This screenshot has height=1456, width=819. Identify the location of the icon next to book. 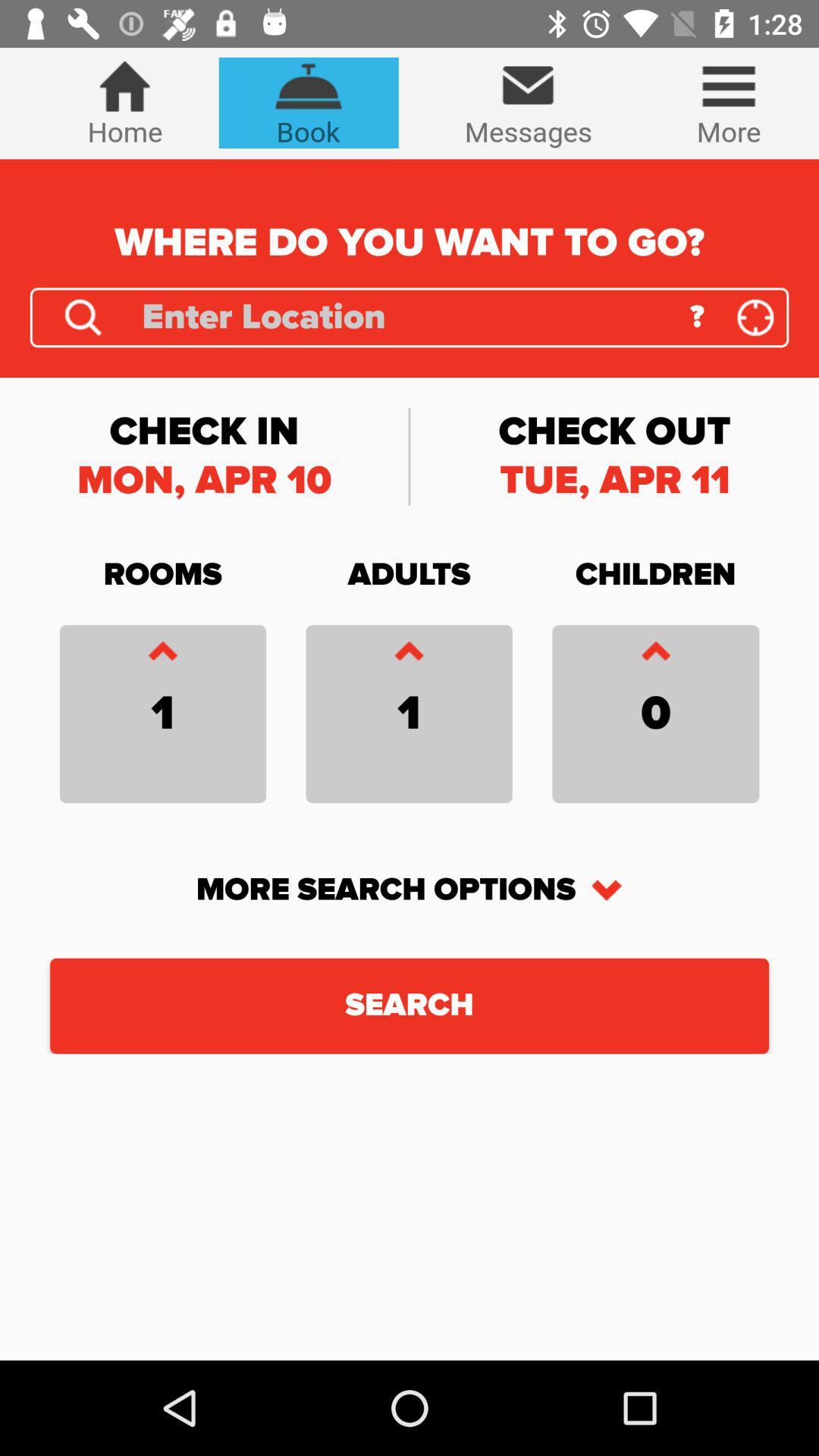
(124, 102).